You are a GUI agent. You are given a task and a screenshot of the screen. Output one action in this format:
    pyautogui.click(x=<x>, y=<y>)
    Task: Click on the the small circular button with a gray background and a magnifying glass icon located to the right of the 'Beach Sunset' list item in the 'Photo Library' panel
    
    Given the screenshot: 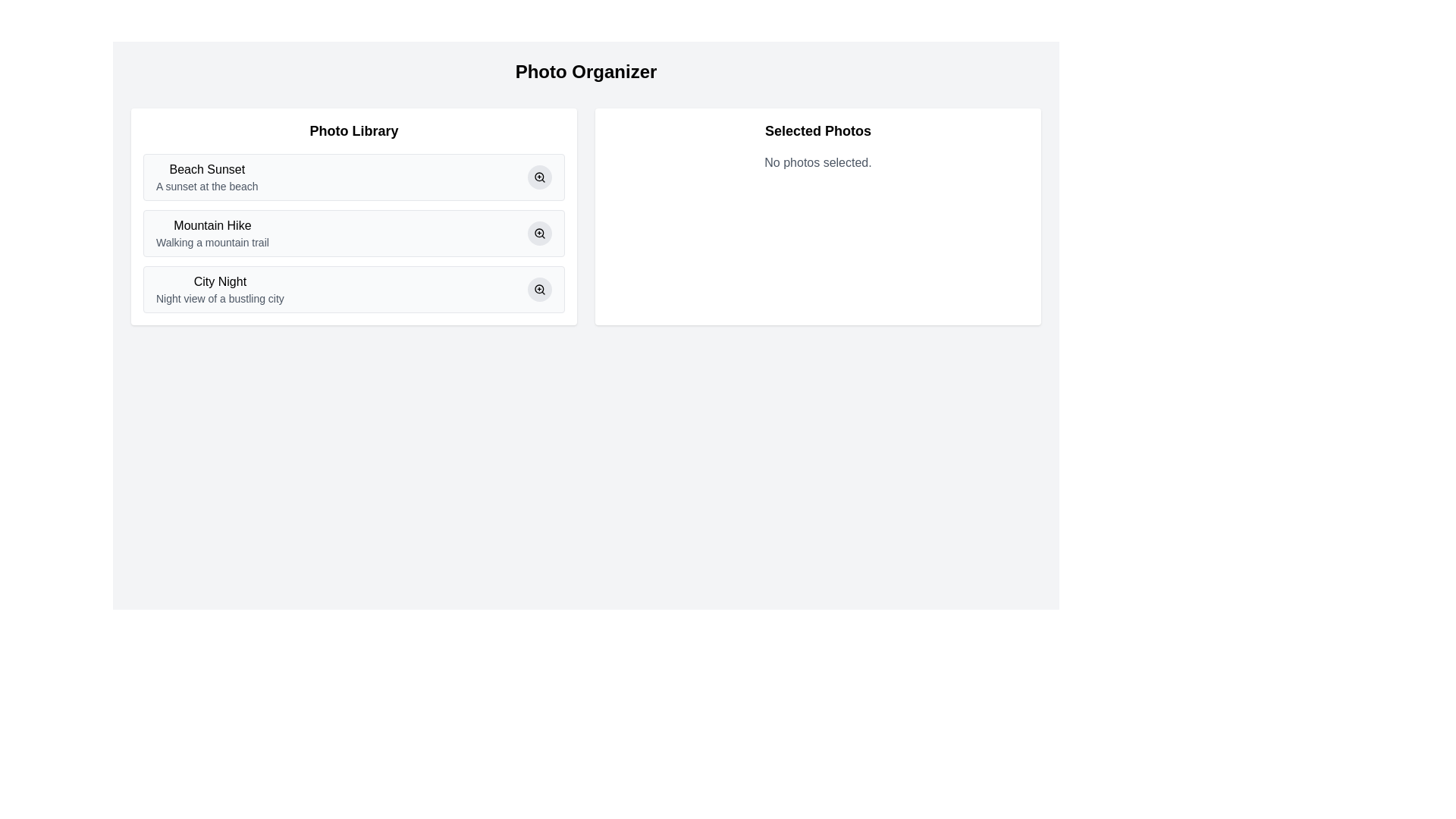 What is the action you would take?
    pyautogui.click(x=539, y=177)
    